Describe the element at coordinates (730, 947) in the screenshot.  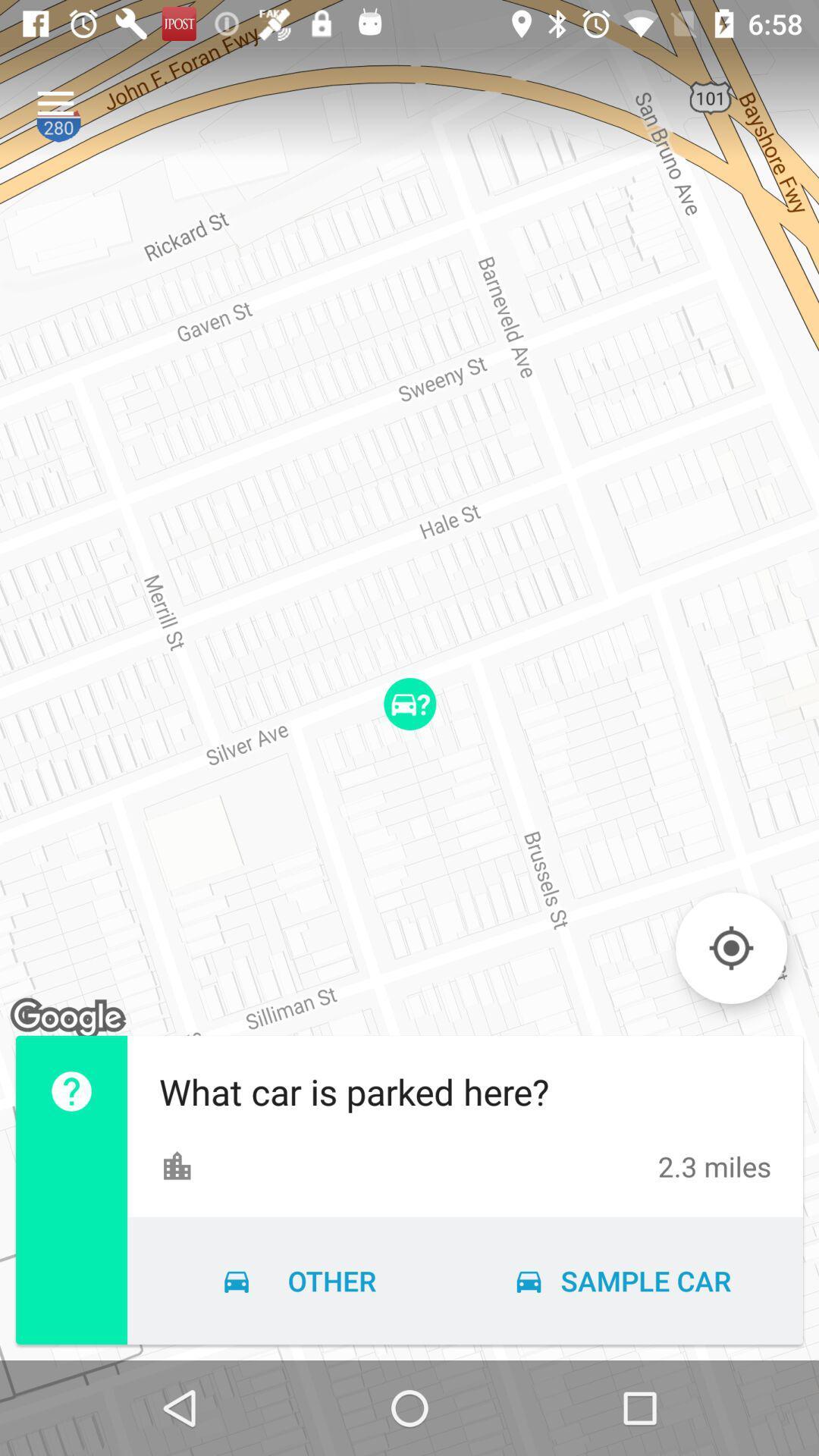
I see `recenter your location` at that location.